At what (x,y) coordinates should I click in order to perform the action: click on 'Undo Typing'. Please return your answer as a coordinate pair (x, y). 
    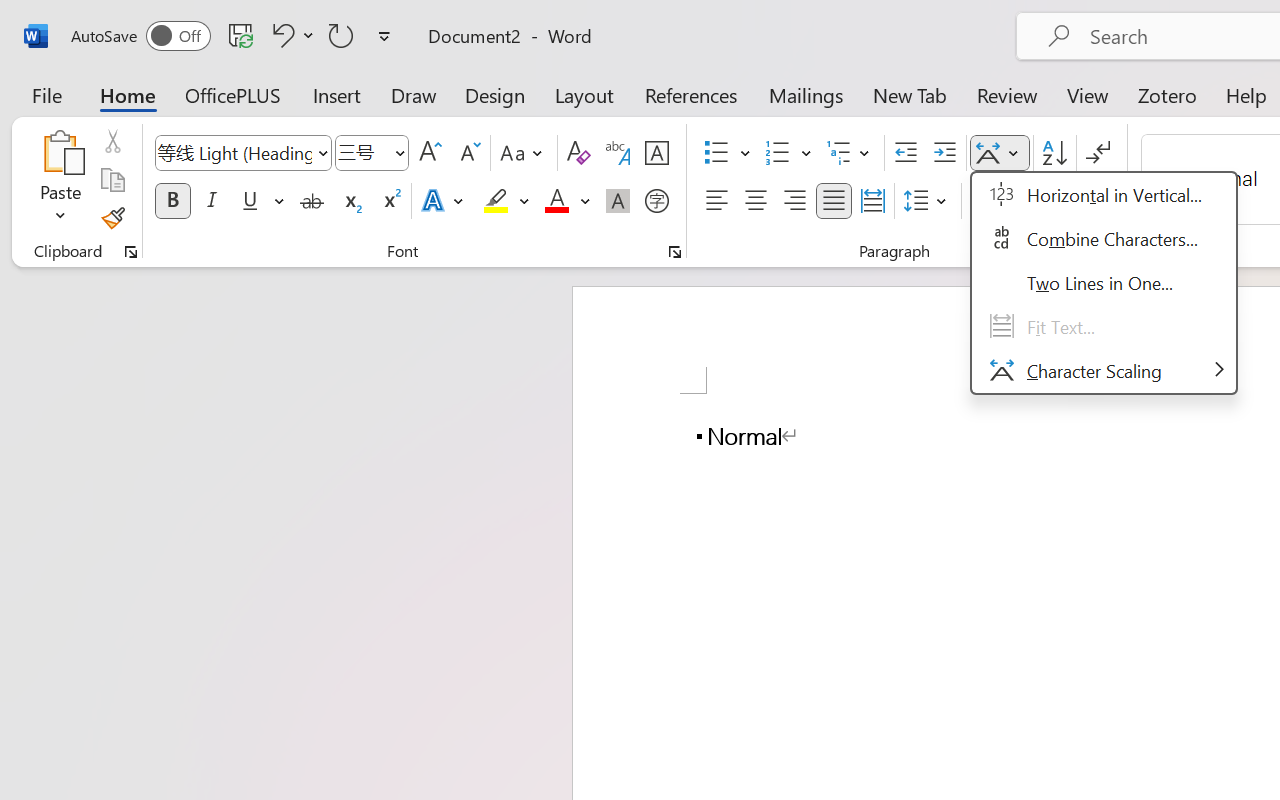
    Looking at the image, I should click on (289, 34).